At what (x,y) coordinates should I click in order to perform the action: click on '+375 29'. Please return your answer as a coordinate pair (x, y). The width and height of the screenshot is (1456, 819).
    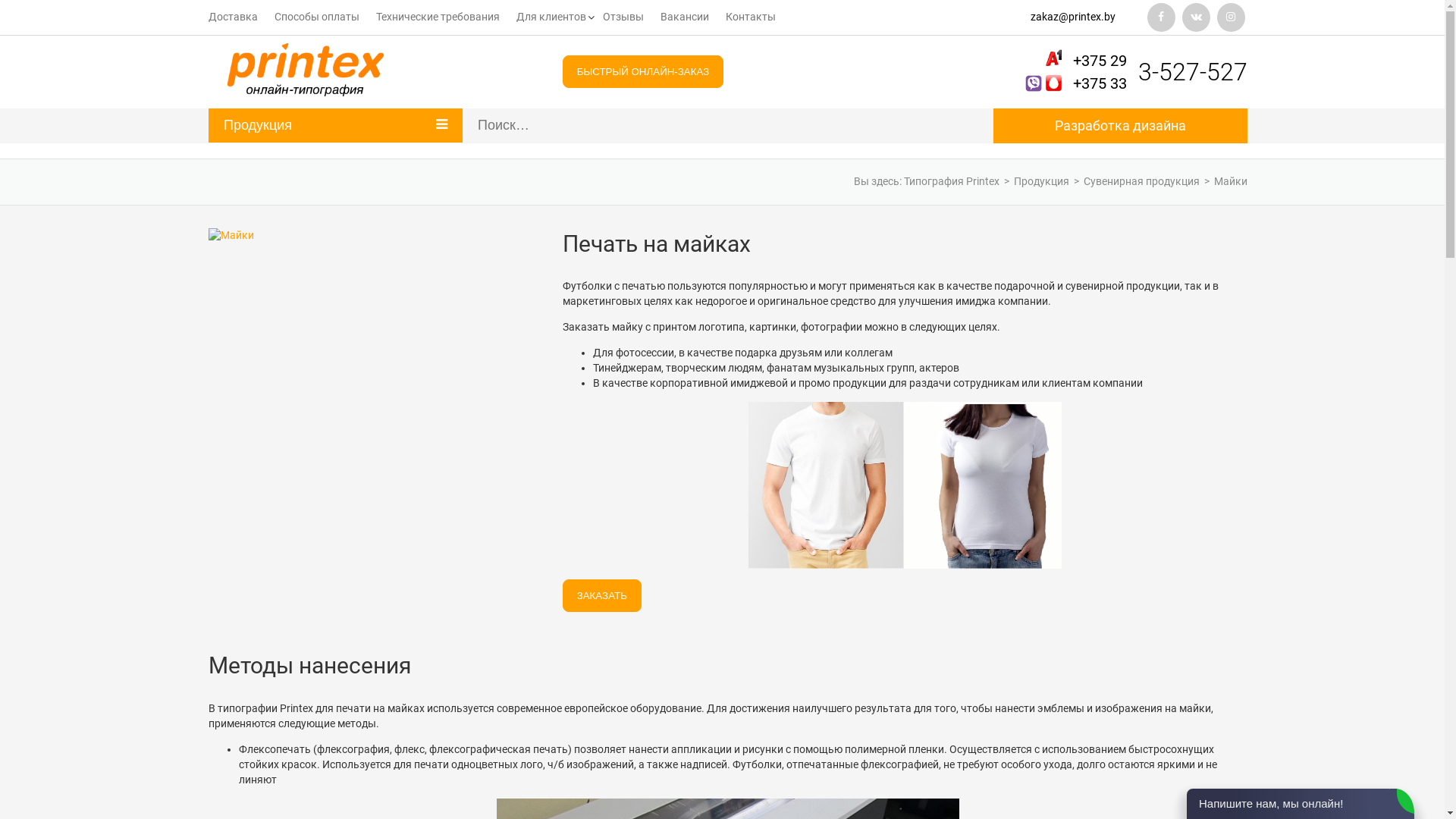
    Looking at the image, I should click on (1100, 60).